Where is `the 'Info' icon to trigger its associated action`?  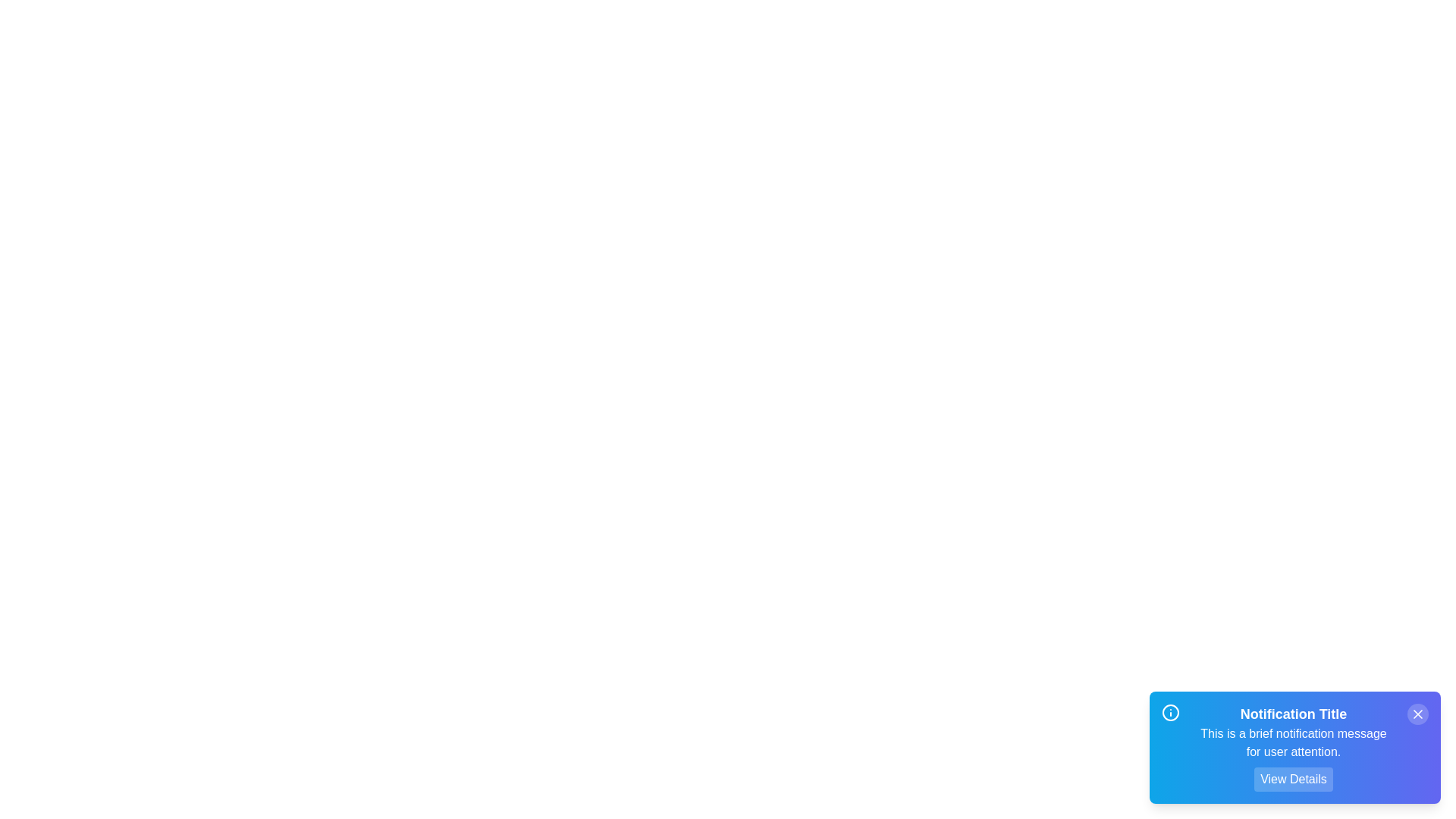
the 'Info' icon to trigger its associated action is located at coordinates (1170, 713).